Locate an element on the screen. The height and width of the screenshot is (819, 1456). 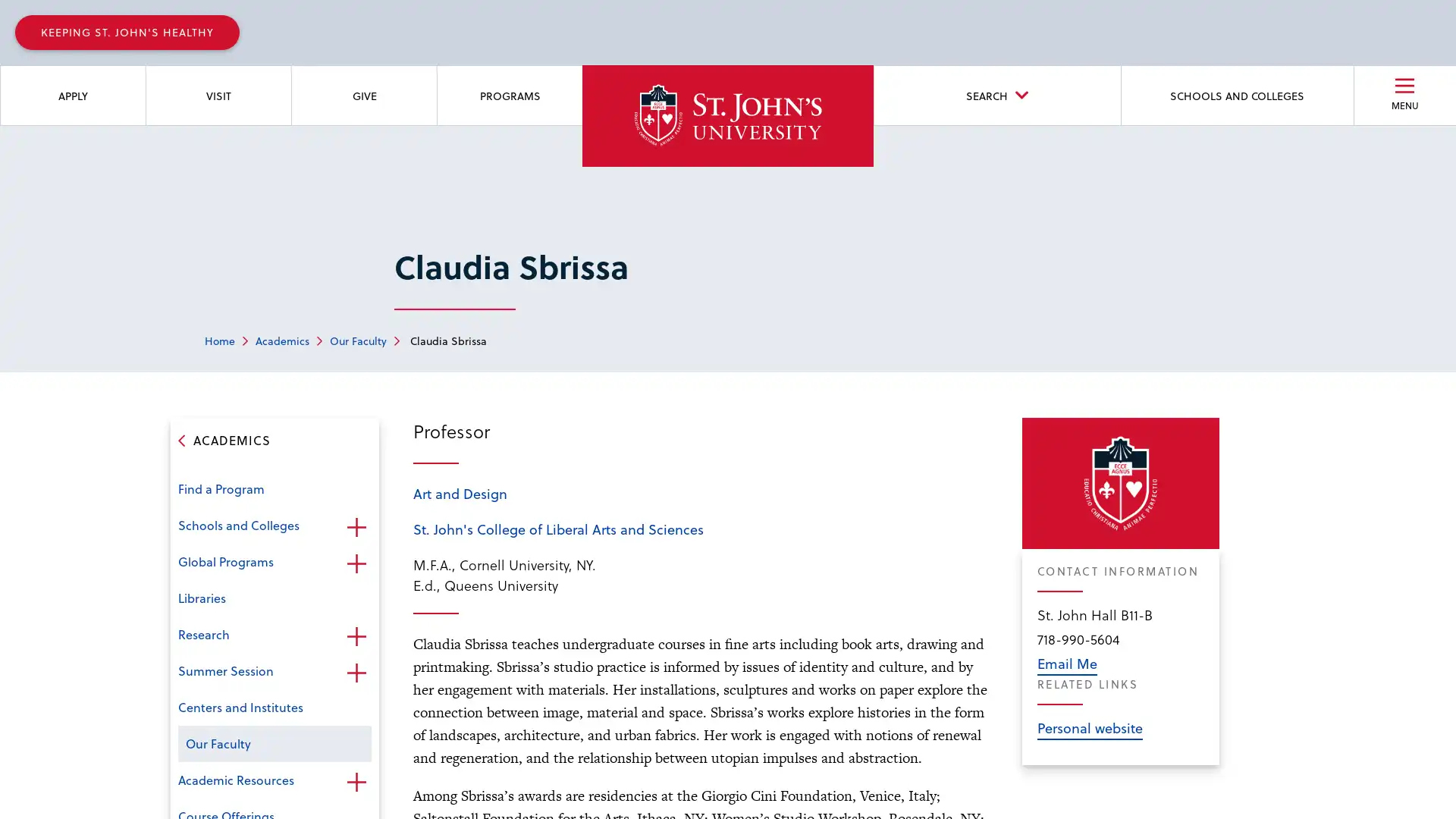
Open the sub-menu is located at coordinates (356, 526).